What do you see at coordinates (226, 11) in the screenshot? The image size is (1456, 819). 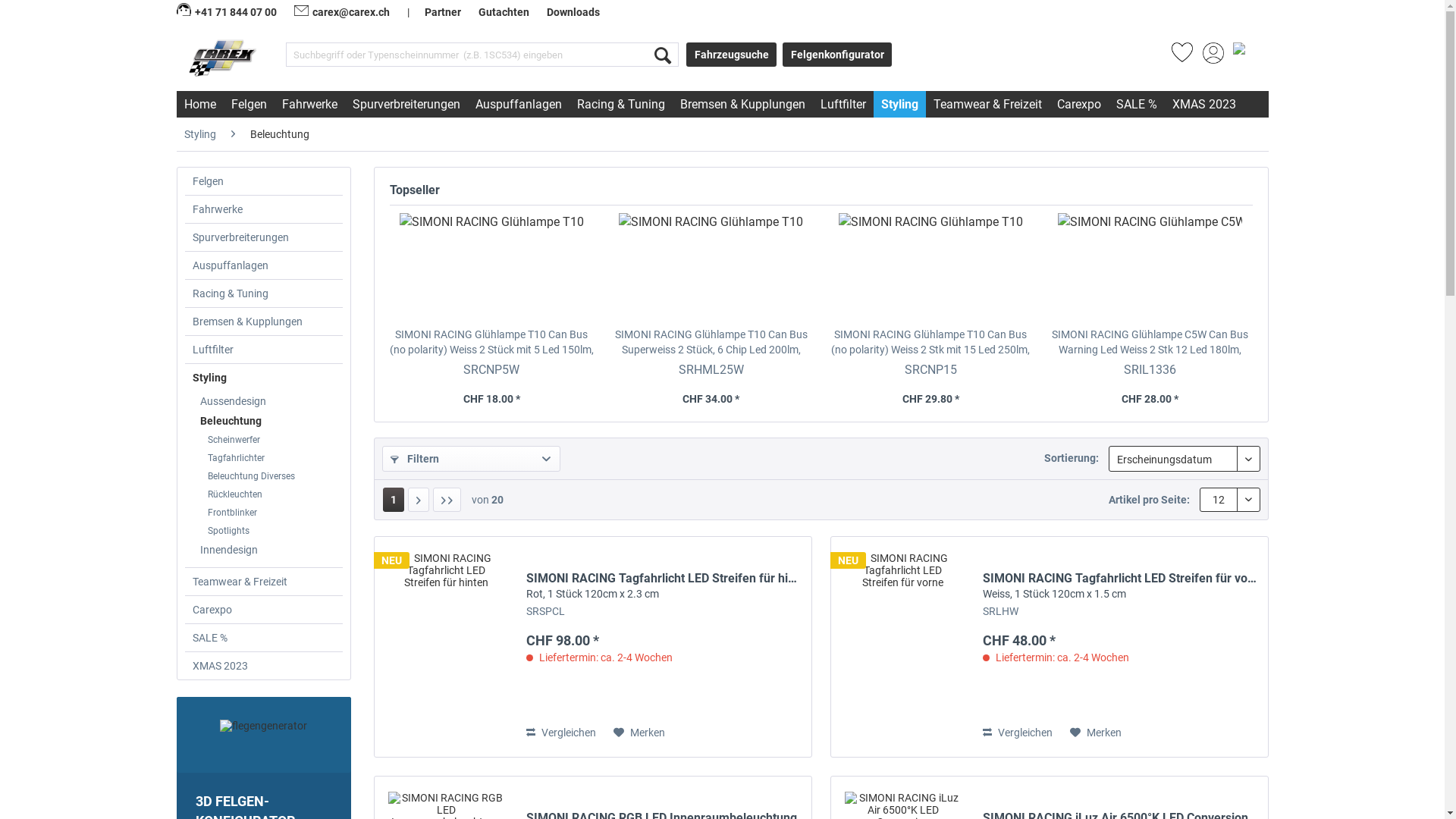 I see `'+41 71 844 07 00'` at bounding box center [226, 11].